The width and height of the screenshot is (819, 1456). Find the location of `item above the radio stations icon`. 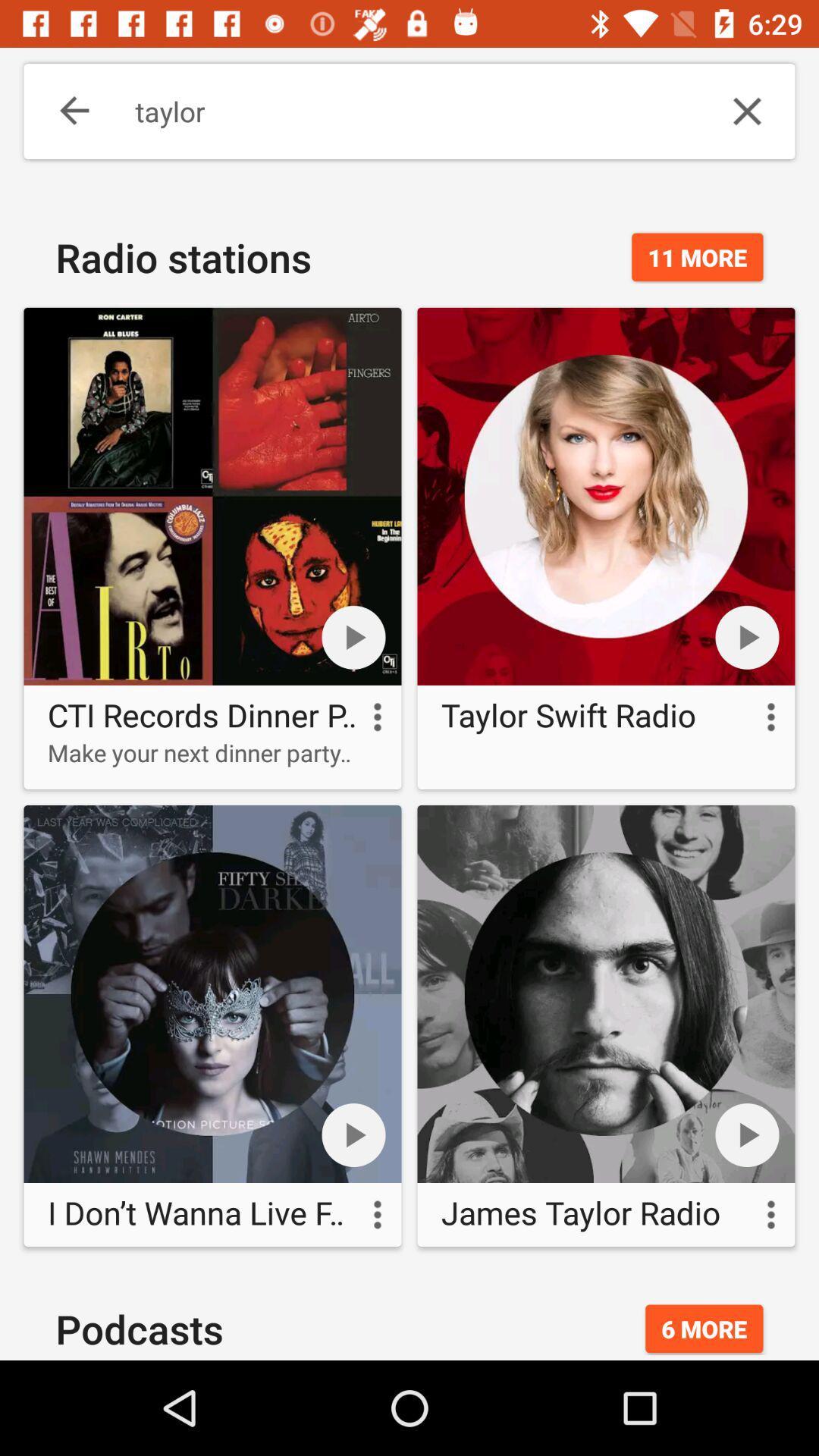

item above the radio stations icon is located at coordinates (63, 111).